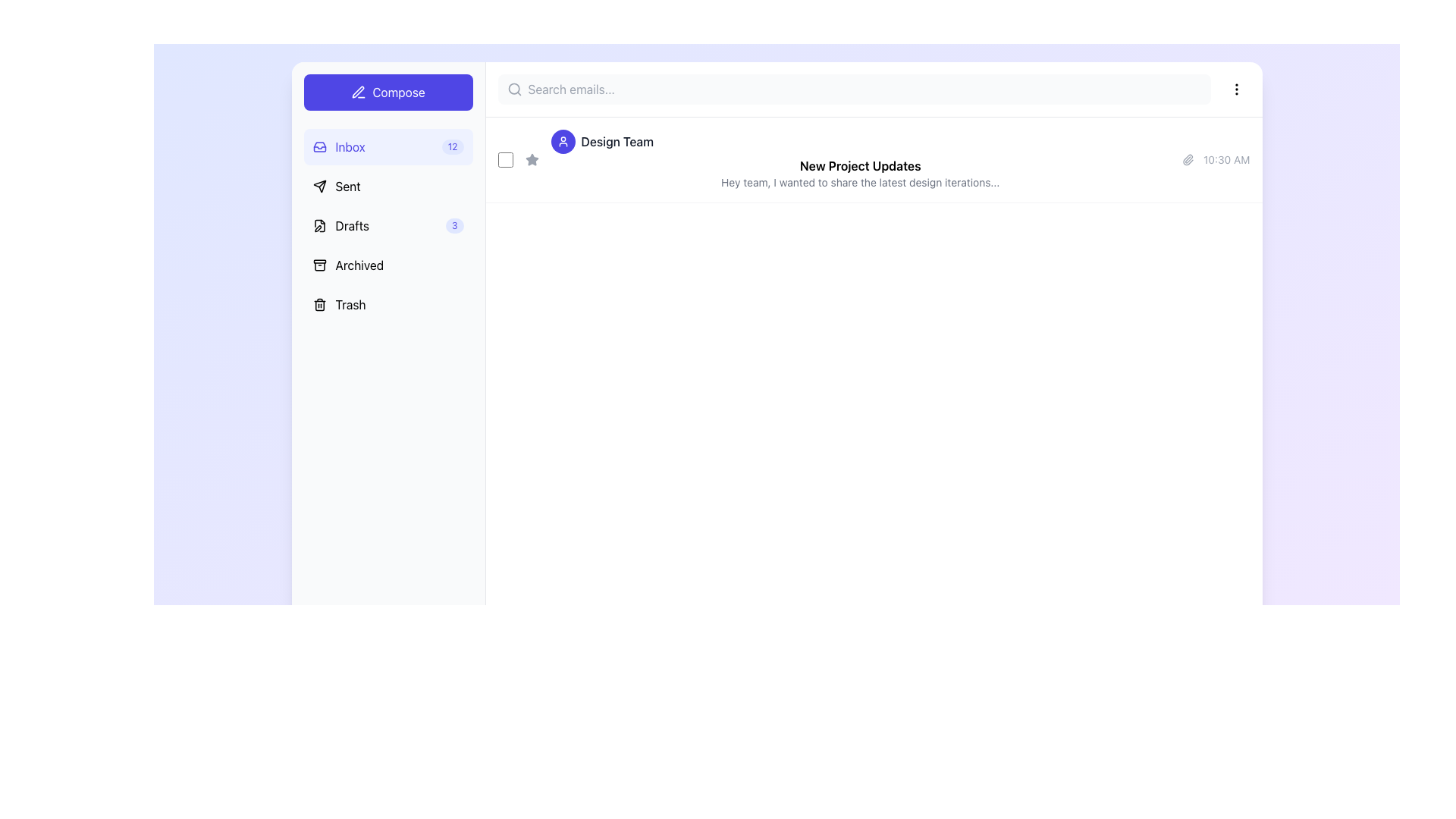 The image size is (1456, 819). Describe the element at coordinates (532, 160) in the screenshot. I see `the star-shaped interactive icon for rating, located next to the checkbox in the email list for 'New Project Updates', to trigger its color change from gray to yellow` at that location.